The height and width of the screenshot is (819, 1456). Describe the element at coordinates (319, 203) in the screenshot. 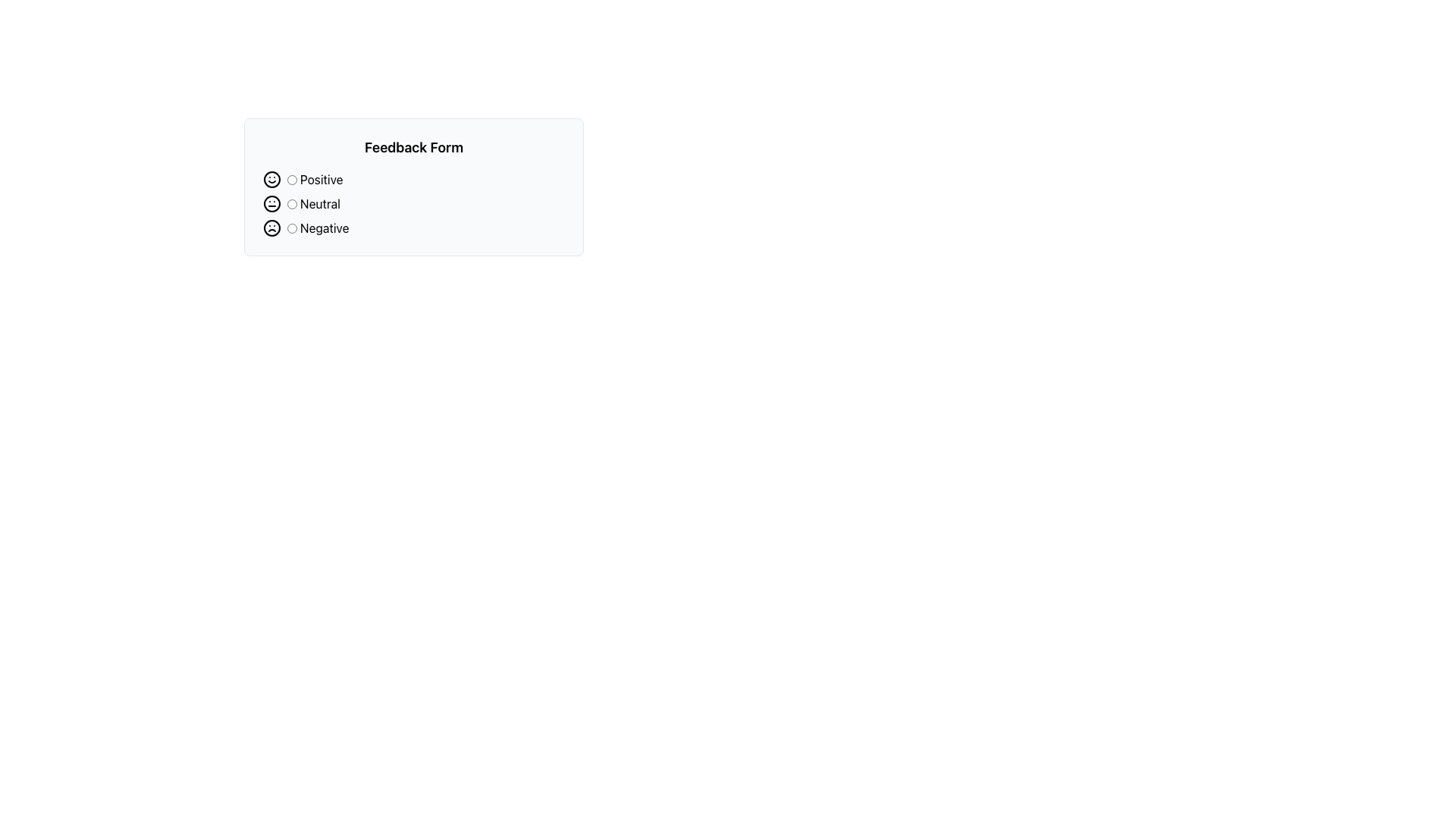

I see `the 'Neutral' label to associate it with the corresponding radio button for 'Neutral' feedback` at that location.